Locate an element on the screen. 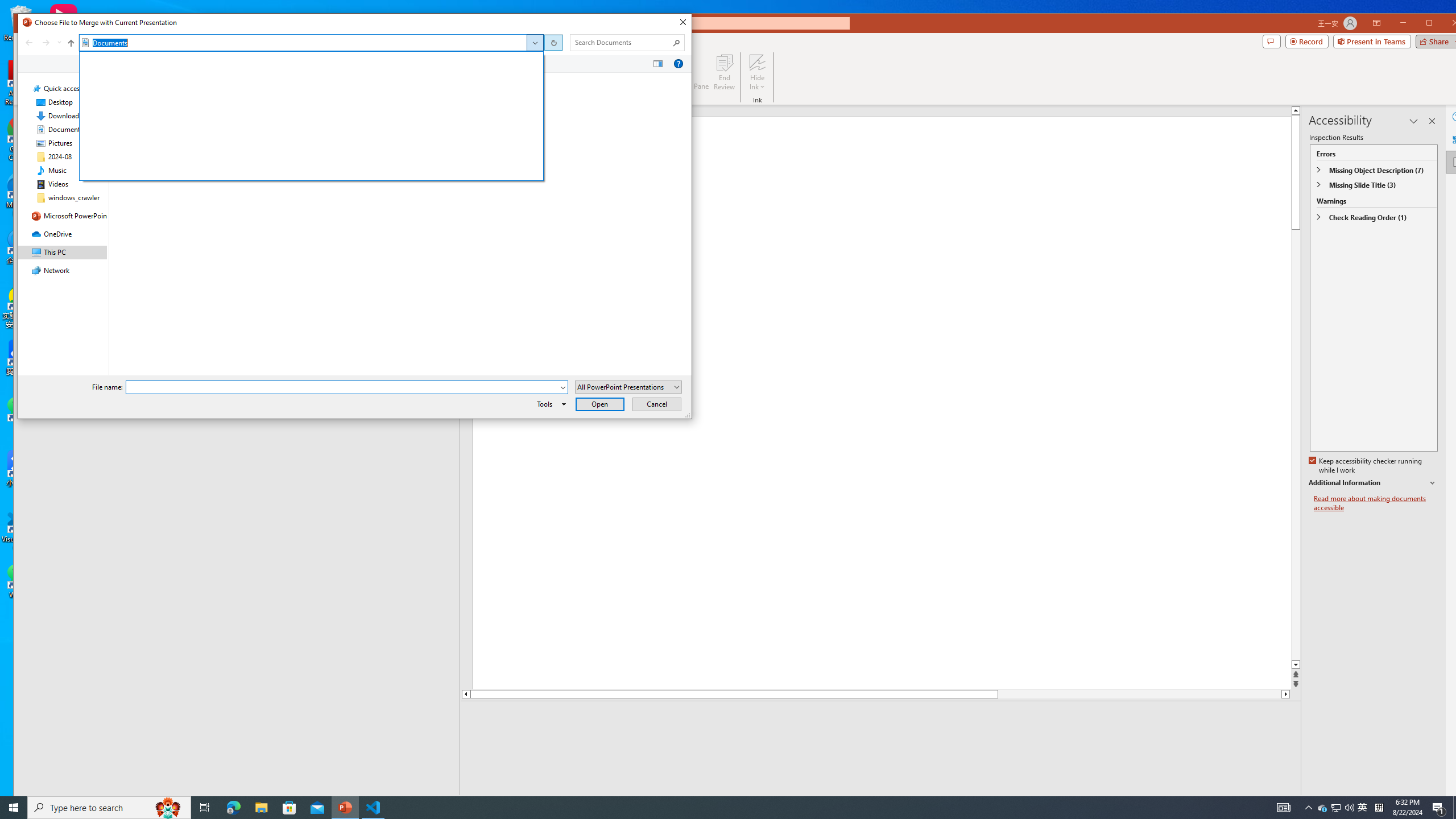  'Keep accessibility checker running while I work' is located at coordinates (1366, 466).